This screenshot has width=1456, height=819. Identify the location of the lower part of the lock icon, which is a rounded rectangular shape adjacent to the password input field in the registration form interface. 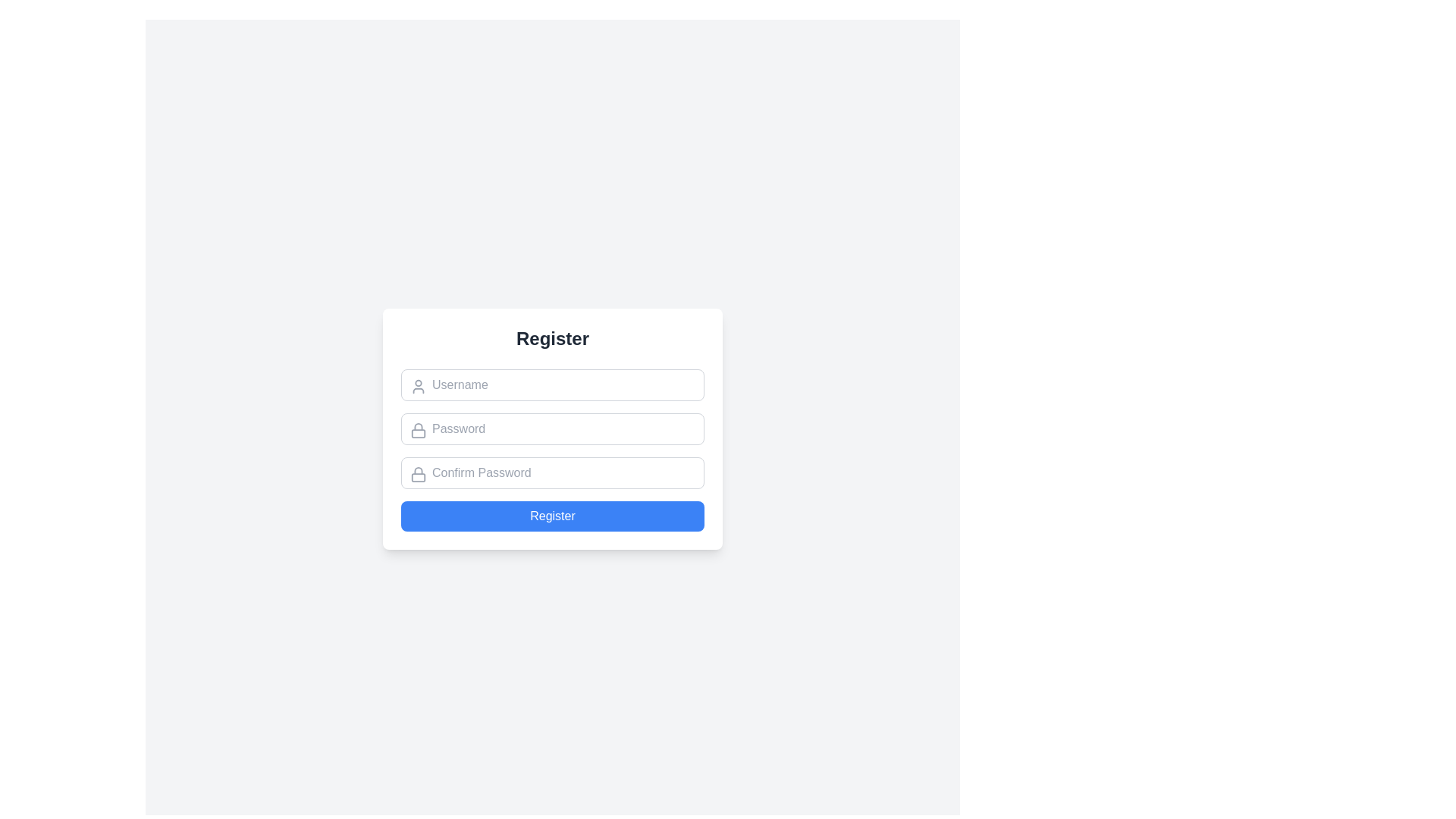
(419, 433).